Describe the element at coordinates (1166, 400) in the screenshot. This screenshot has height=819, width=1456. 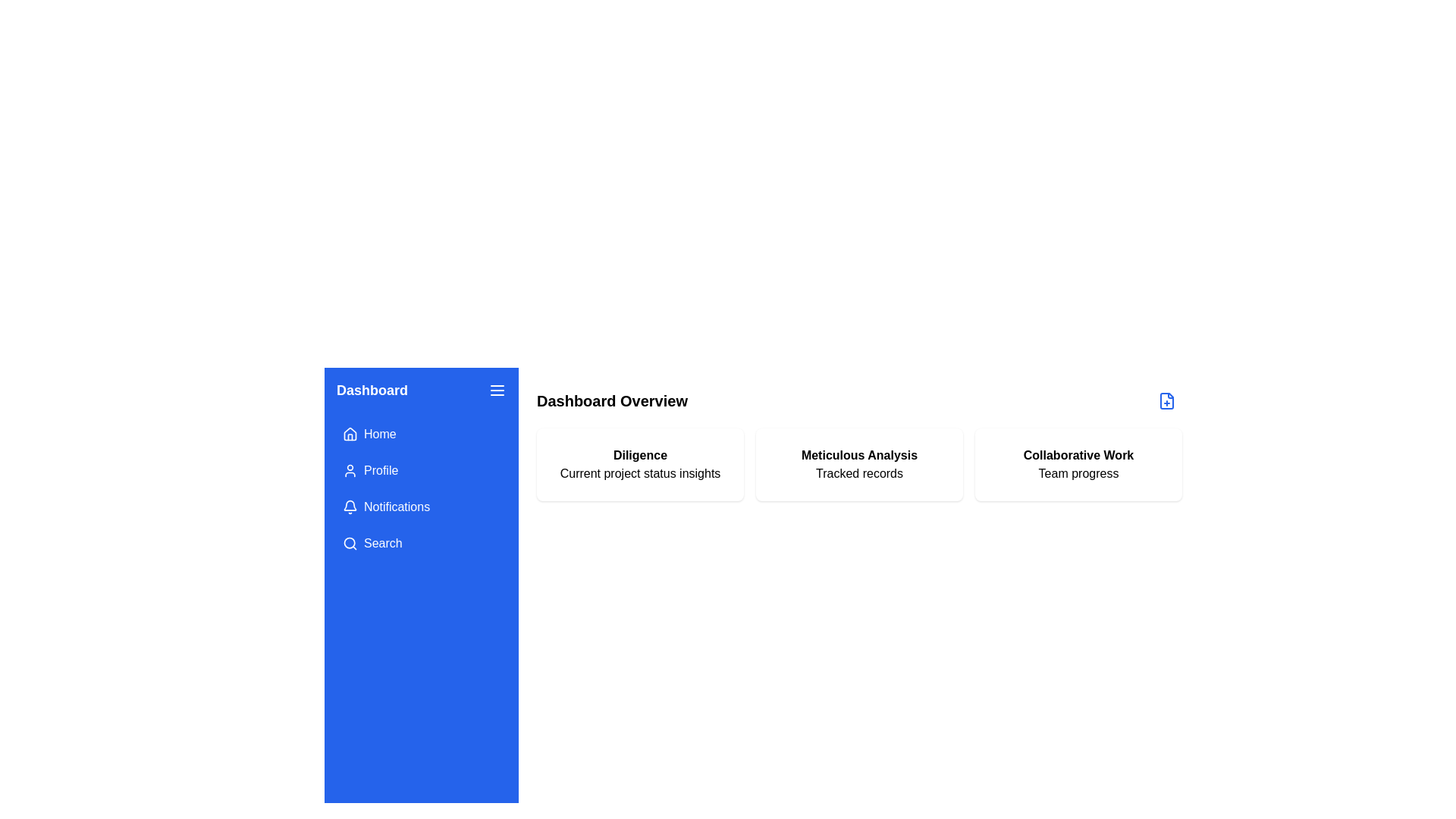
I see `the file-plus icon located at the top-right corner of the page, which indicates an action related to adding or creating a new file` at that location.